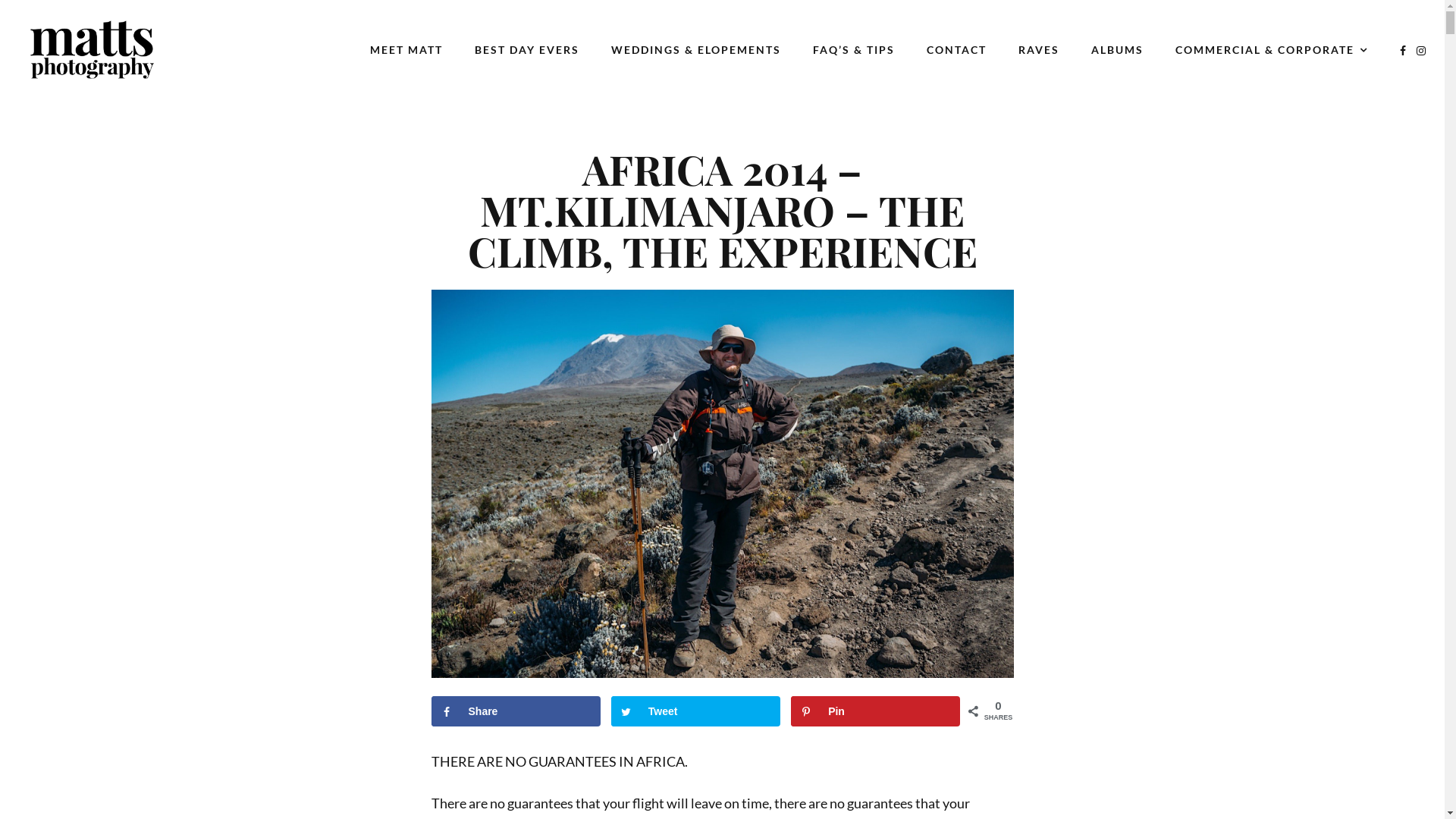 The width and height of the screenshot is (1456, 819). I want to click on 'WEDDINGS & ELOPEMENTS', so click(695, 49).